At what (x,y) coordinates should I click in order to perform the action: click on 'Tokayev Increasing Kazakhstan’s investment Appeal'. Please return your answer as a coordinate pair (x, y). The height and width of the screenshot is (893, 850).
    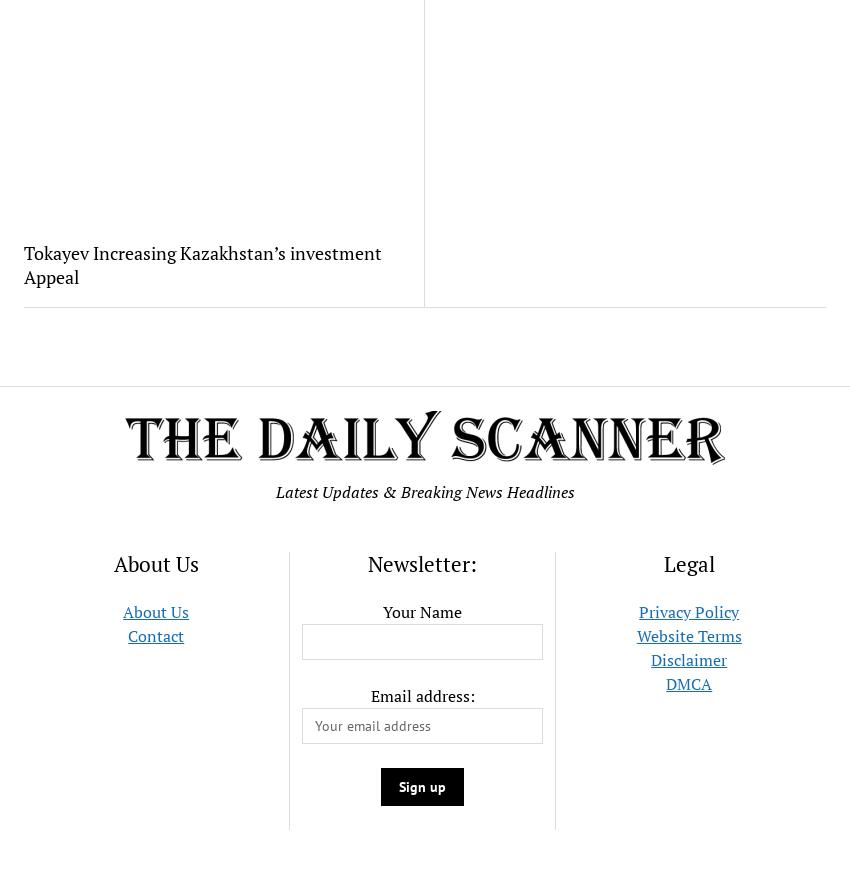
    Looking at the image, I should click on (200, 264).